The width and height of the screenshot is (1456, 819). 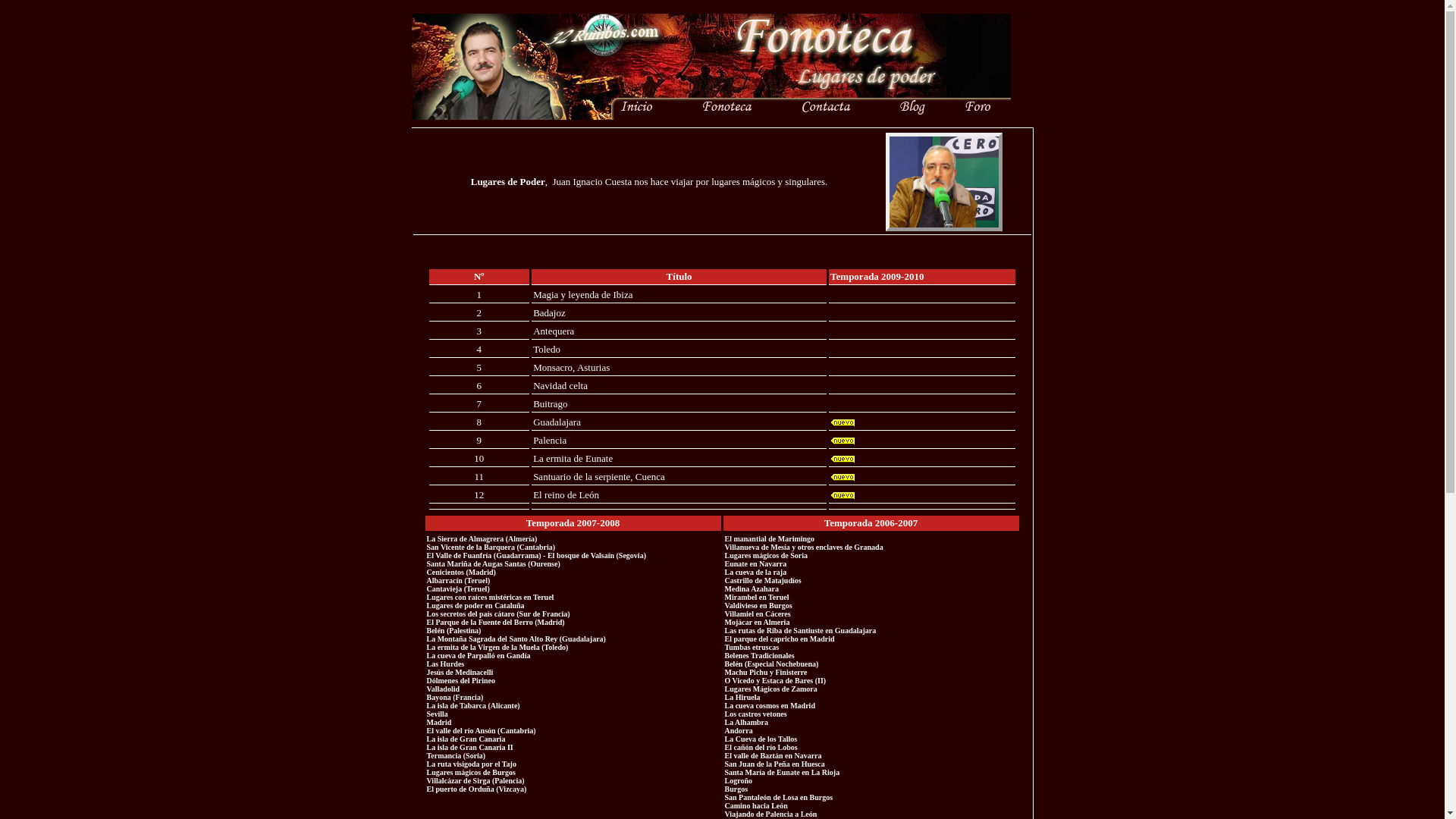 I want to click on 'Machu Pichu y Finisterre      ', so click(x=723, y=671).